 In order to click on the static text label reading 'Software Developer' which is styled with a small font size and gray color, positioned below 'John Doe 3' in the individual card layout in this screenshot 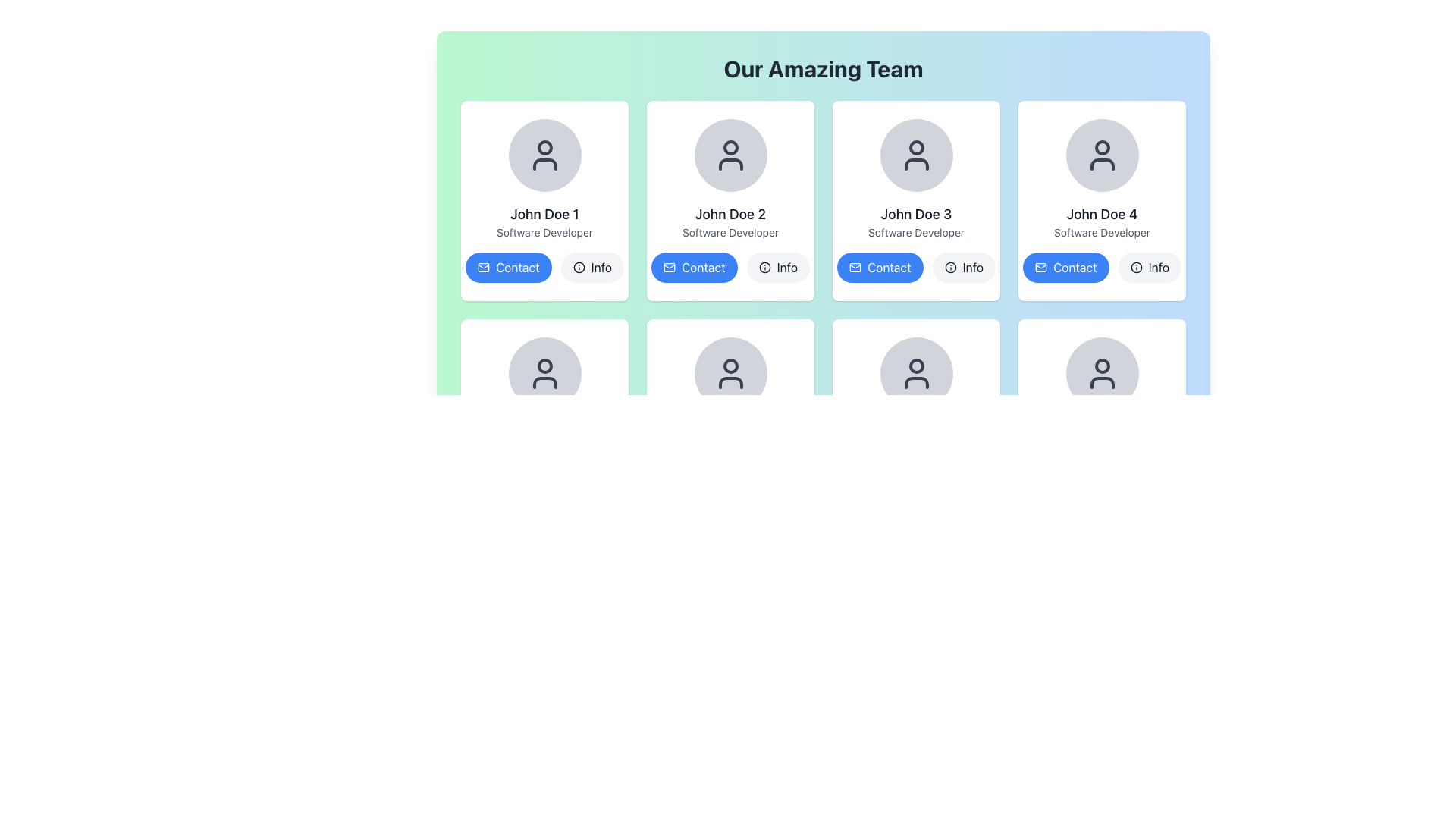, I will do `click(915, 233)`.